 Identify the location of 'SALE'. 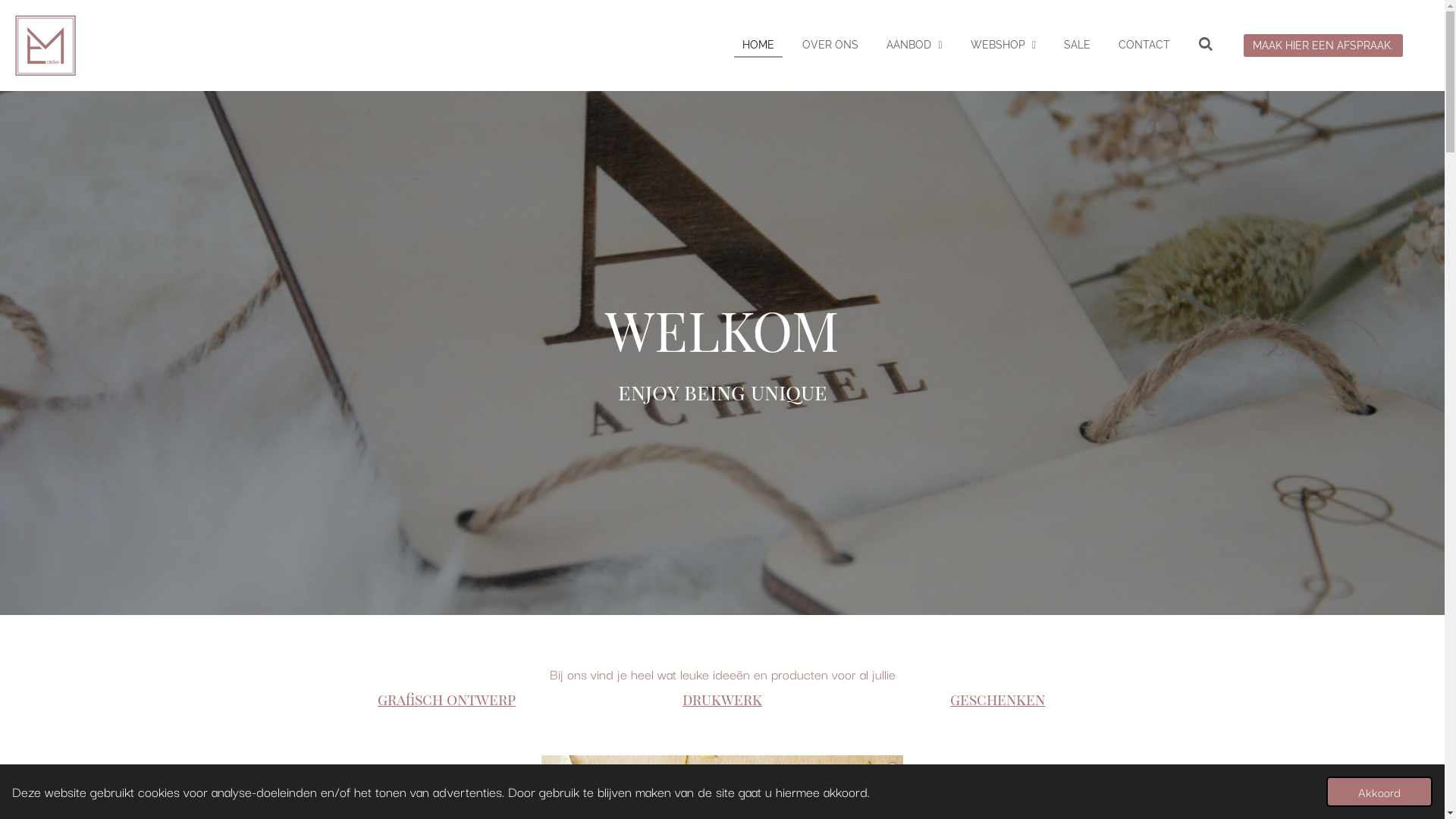
(1076, 44).